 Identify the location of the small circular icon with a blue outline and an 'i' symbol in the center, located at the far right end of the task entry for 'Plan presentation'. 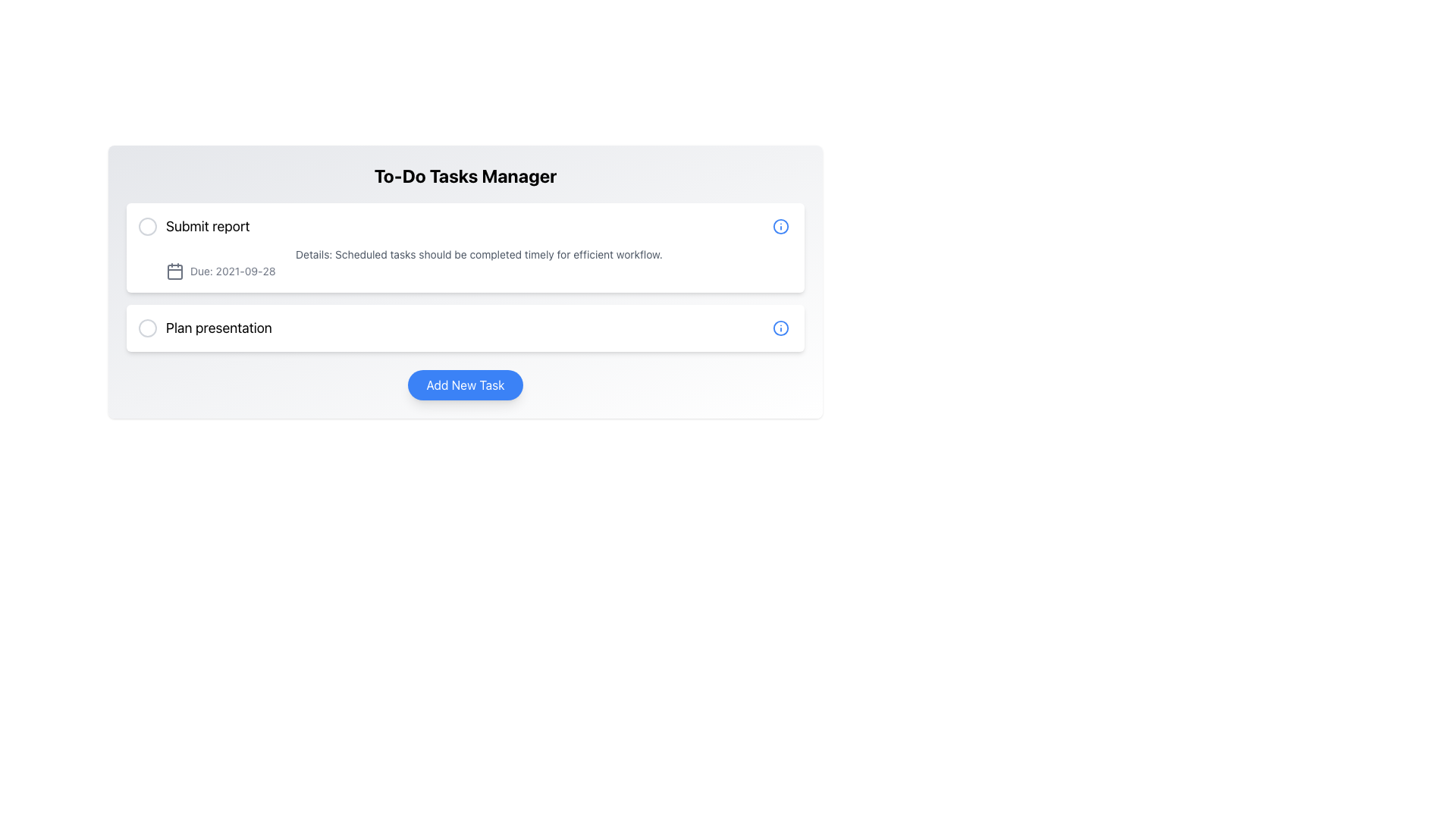
(781, 327).